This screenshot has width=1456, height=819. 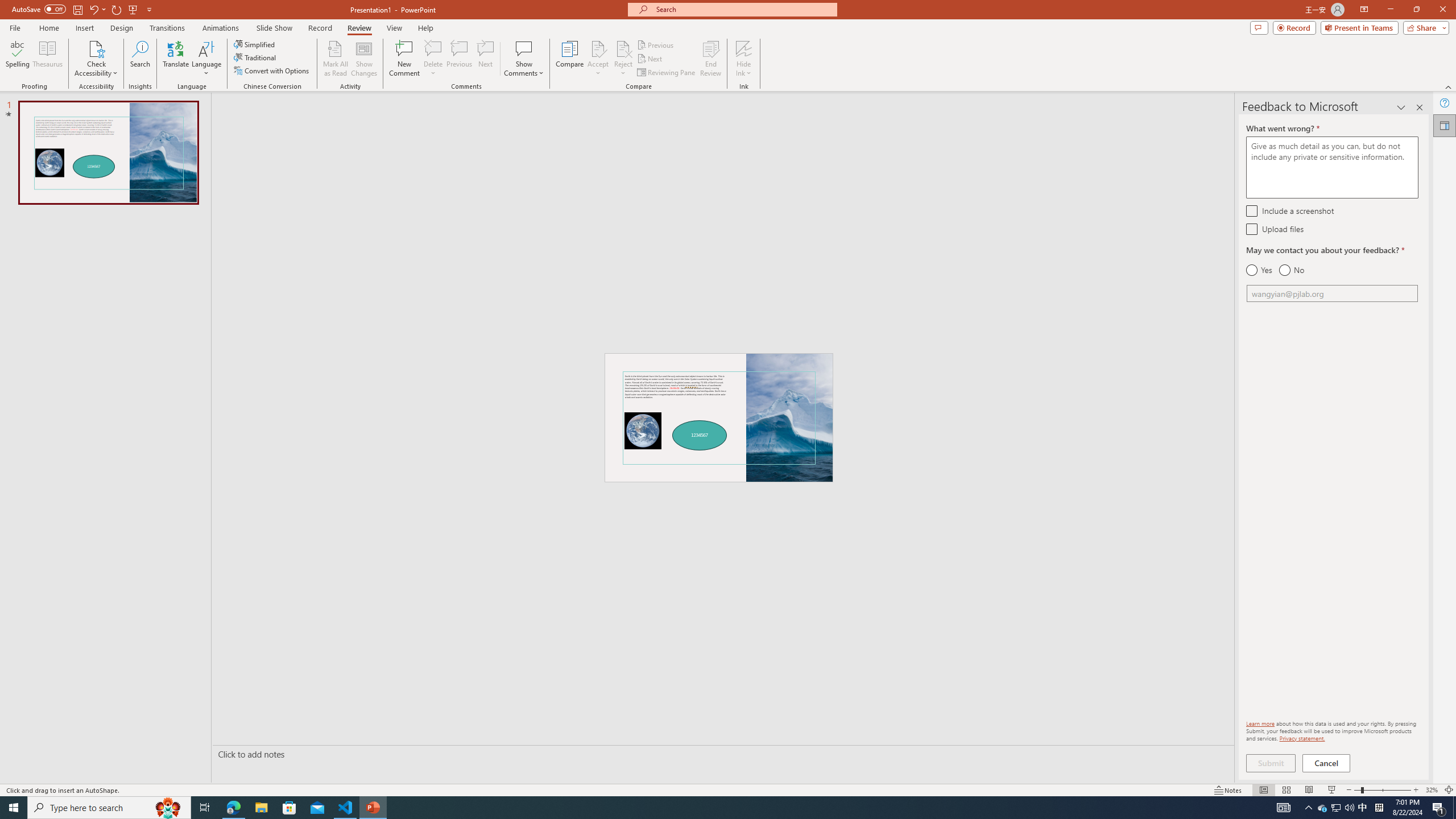 I want to click on 'Zoom 32%', so click(x=1431, y=790).